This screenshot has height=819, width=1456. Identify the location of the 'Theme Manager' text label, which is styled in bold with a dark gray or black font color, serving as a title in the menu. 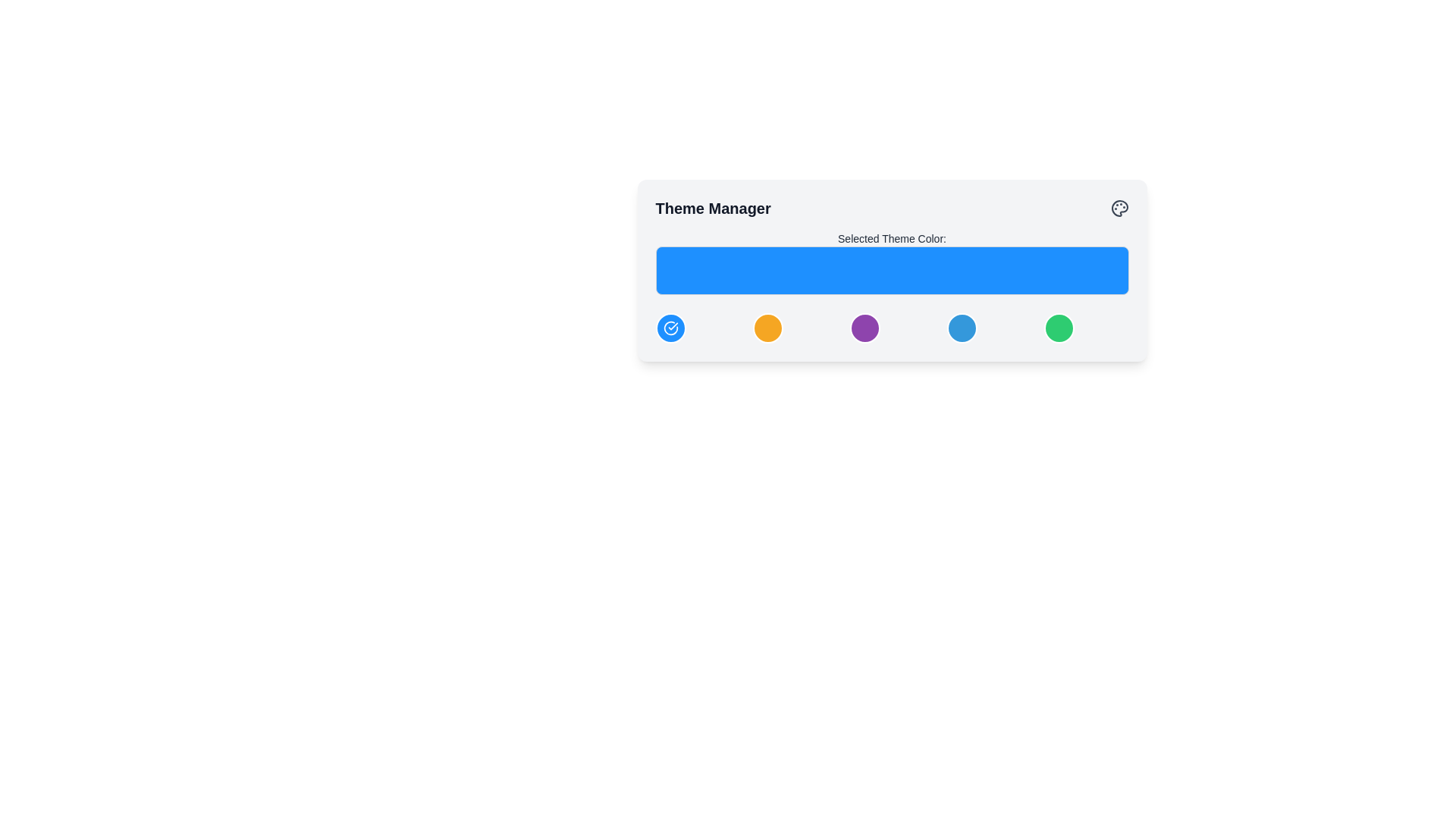
(712, 208).